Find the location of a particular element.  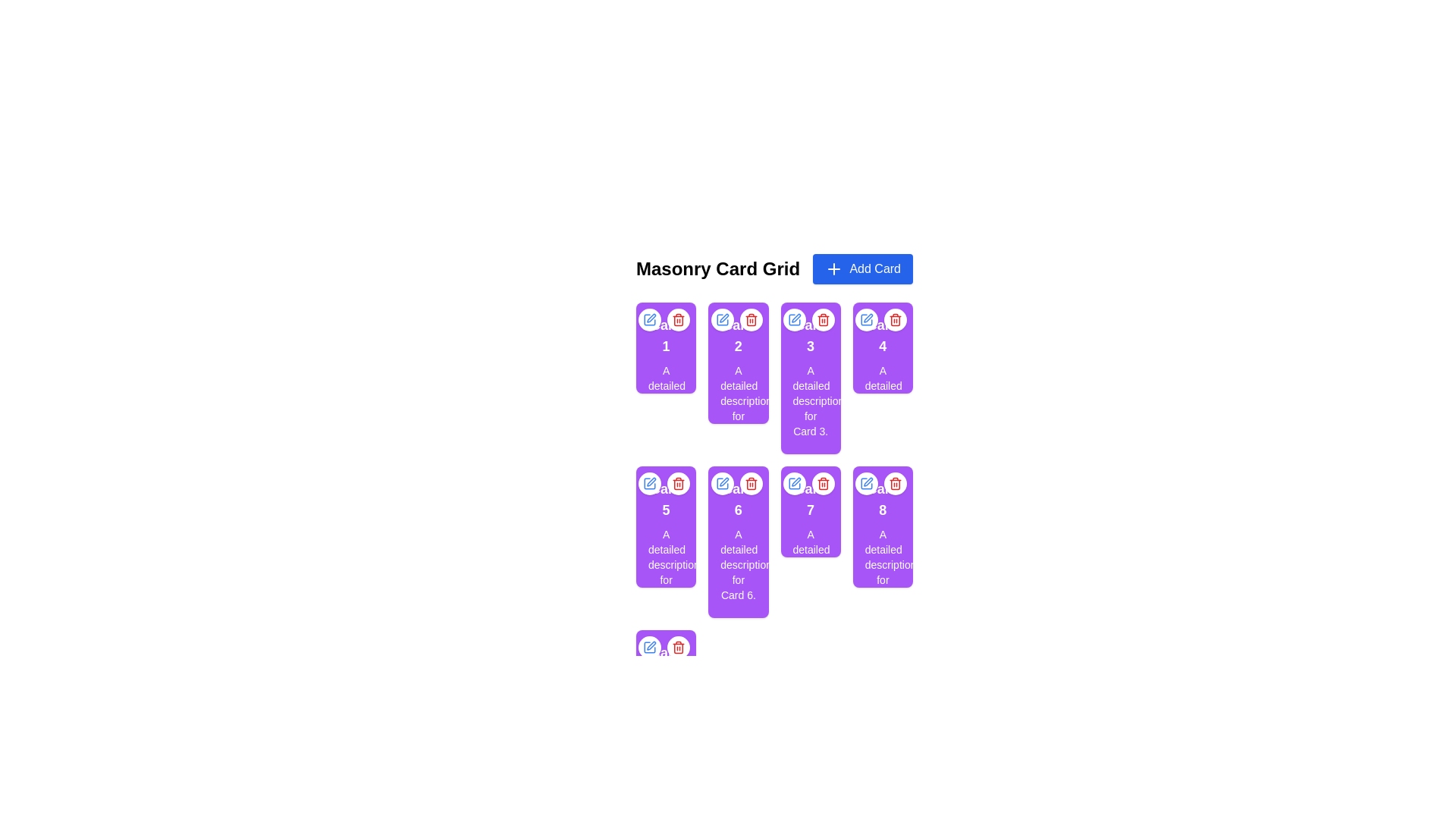

the iconic edit button located in the upper-left corner of the sixth card is located at coordinates (723, 482).